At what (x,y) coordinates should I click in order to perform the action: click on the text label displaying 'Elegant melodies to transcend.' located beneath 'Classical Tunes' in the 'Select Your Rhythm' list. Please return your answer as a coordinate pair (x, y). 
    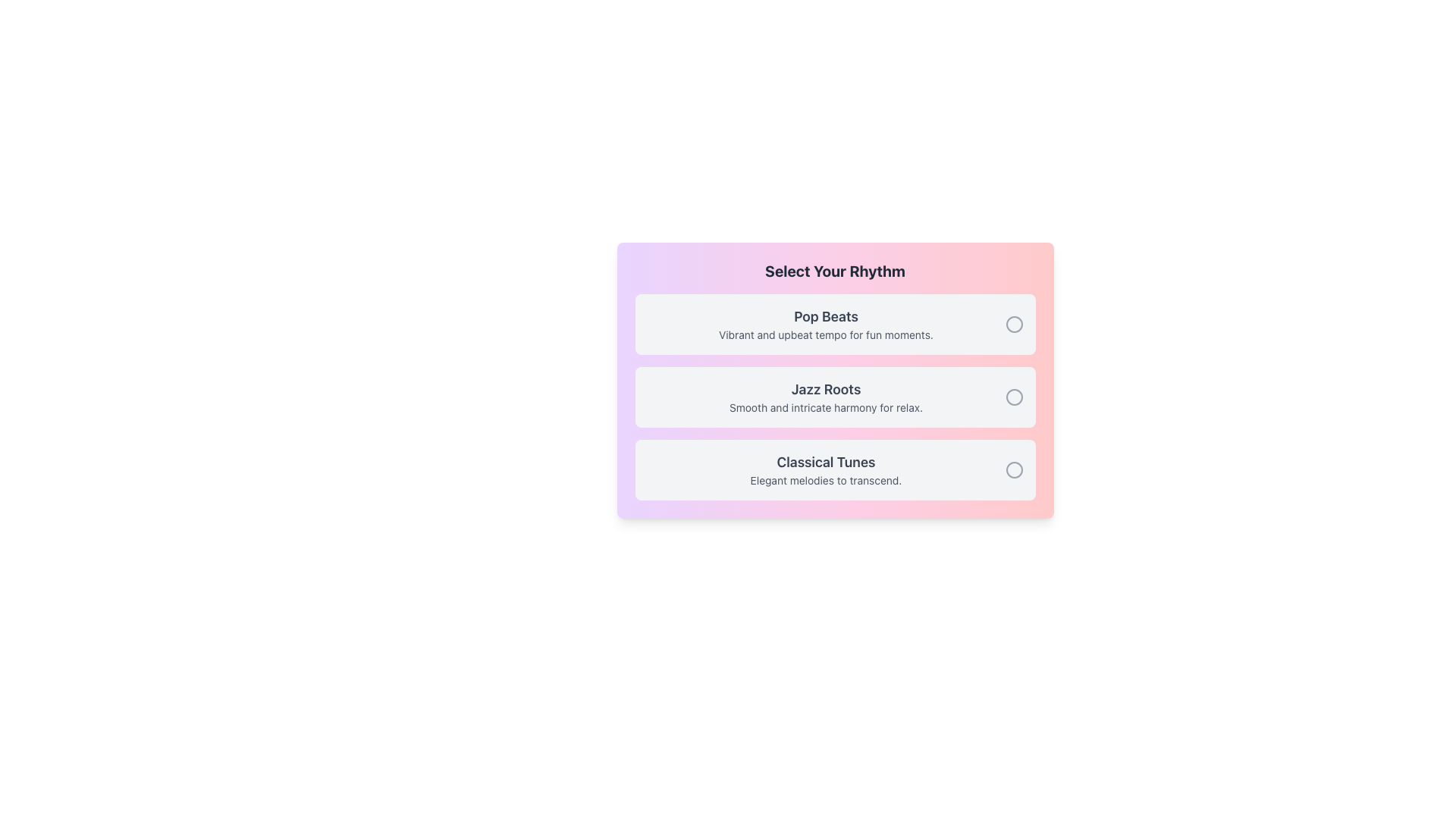
    Looking at the image, I should click on (825, 480).